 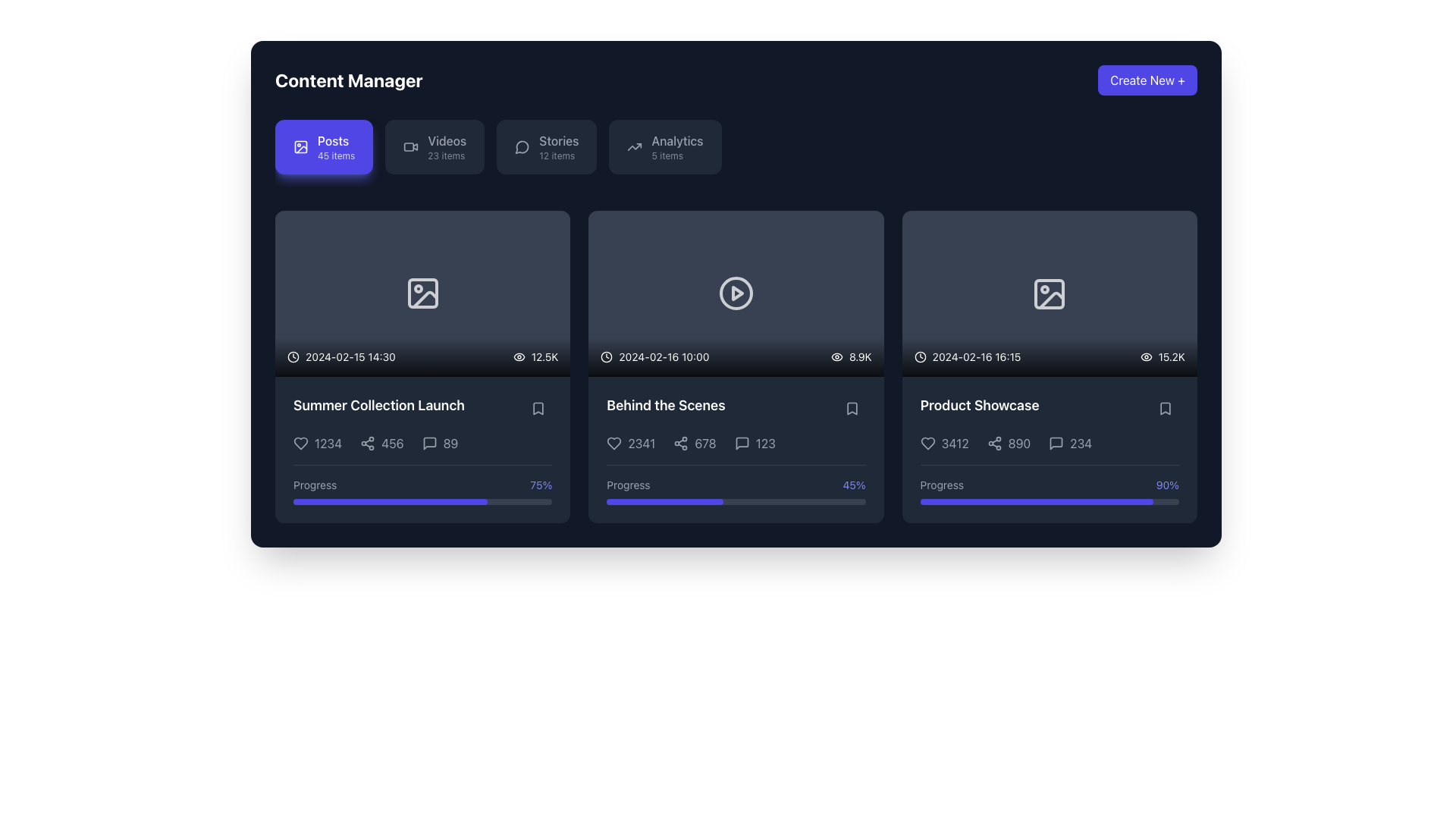 What do you see at coordinates (422, 356) in the screenshot?
I see `displayed metadata information about the post, which includes the publish date/time and view count, located at the bottom-left corner of the 'Summer Collection Launch' card` at bounding box center [422, 356].